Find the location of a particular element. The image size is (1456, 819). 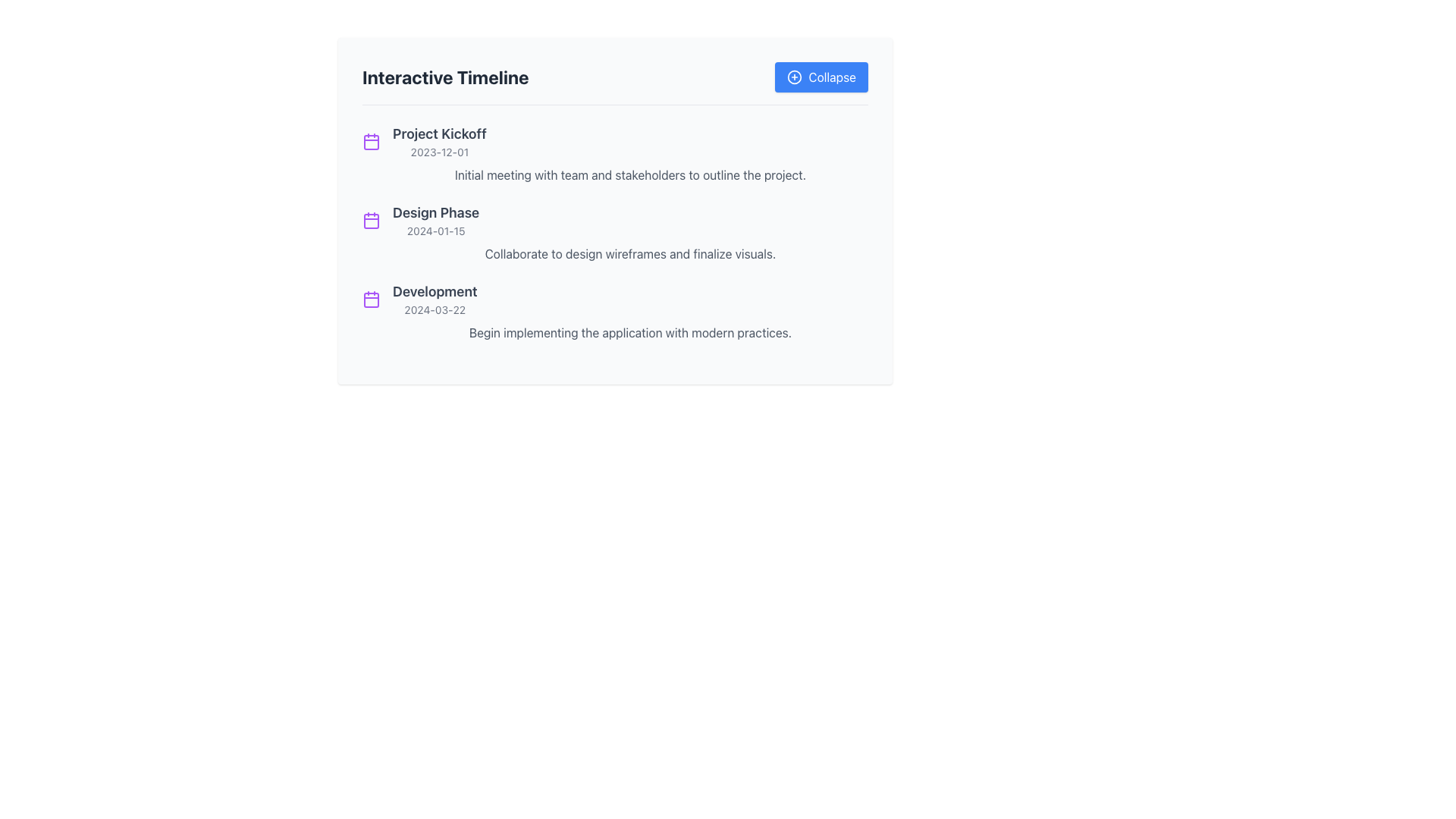

the decorative SVG rectangle that enhances the visual representation of the calendar icon next to 'Project Kickoff' in the interactive timeline is located at coordinates (371, 300).